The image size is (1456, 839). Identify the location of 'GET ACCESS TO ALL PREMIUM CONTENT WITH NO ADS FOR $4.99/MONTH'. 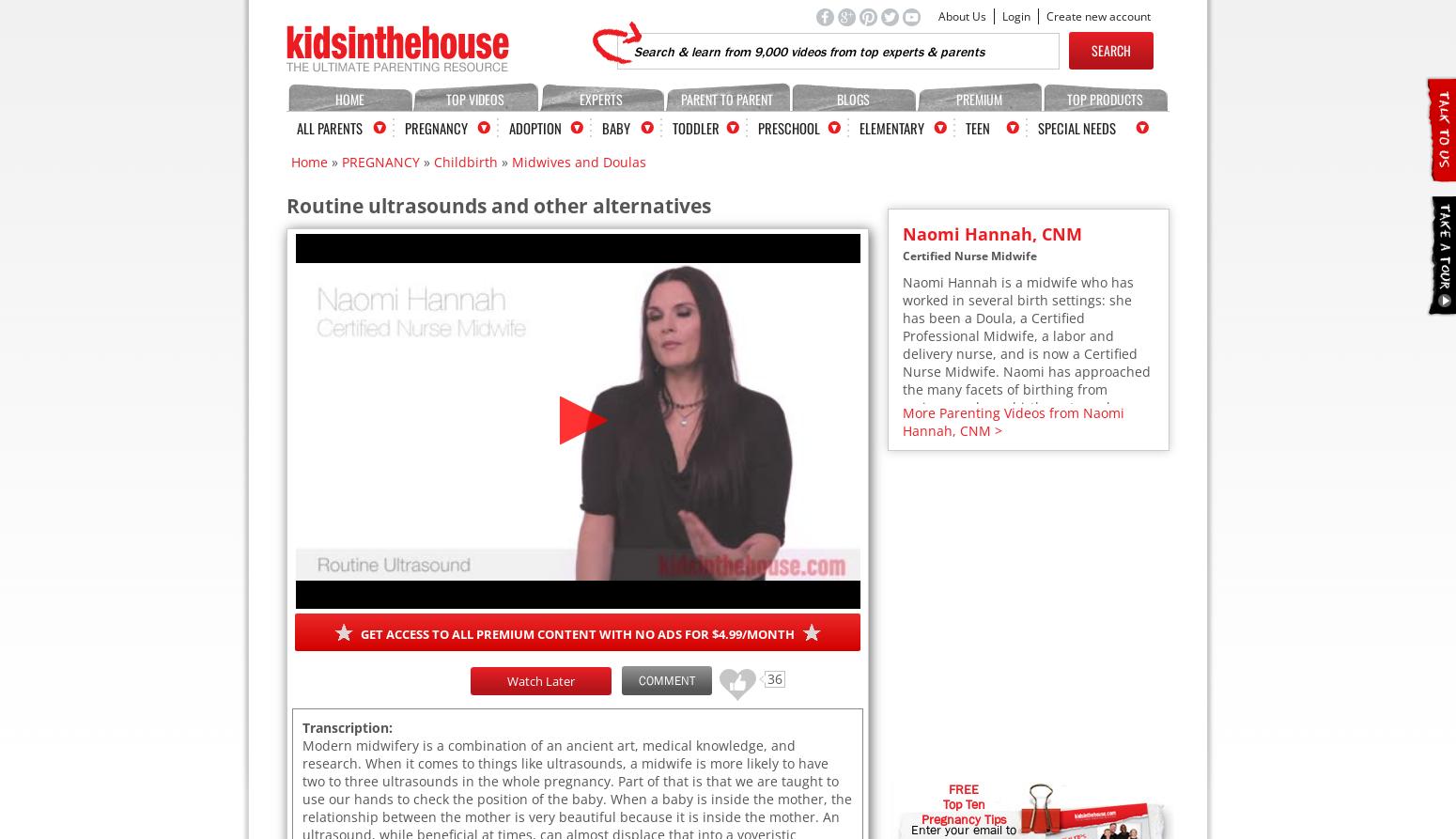
(578, 634).